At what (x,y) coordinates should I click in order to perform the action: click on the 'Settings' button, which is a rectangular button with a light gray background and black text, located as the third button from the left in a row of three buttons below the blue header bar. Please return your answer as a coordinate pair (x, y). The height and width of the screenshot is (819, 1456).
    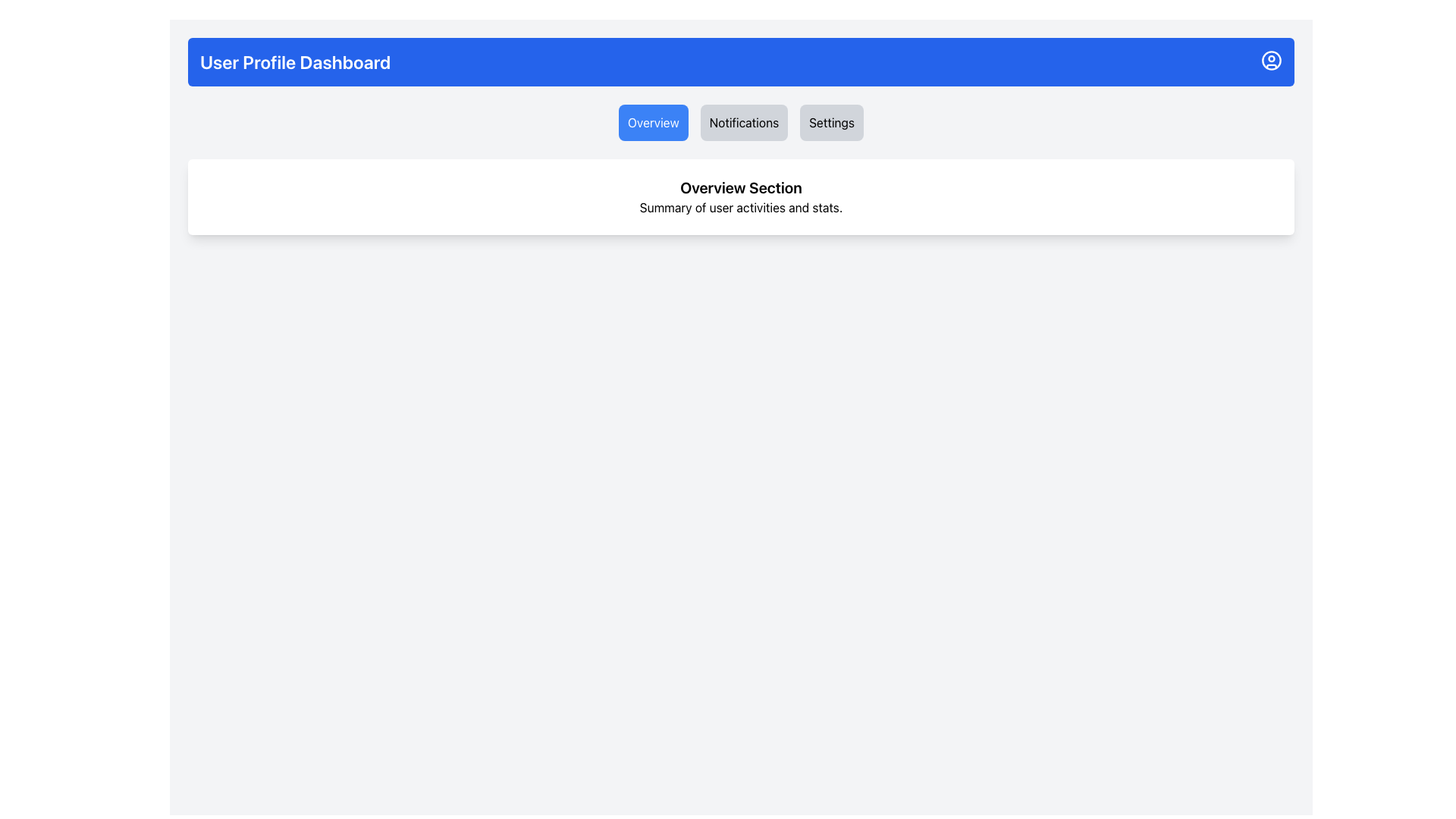
    Looking at the image, I should click on (831, 122).